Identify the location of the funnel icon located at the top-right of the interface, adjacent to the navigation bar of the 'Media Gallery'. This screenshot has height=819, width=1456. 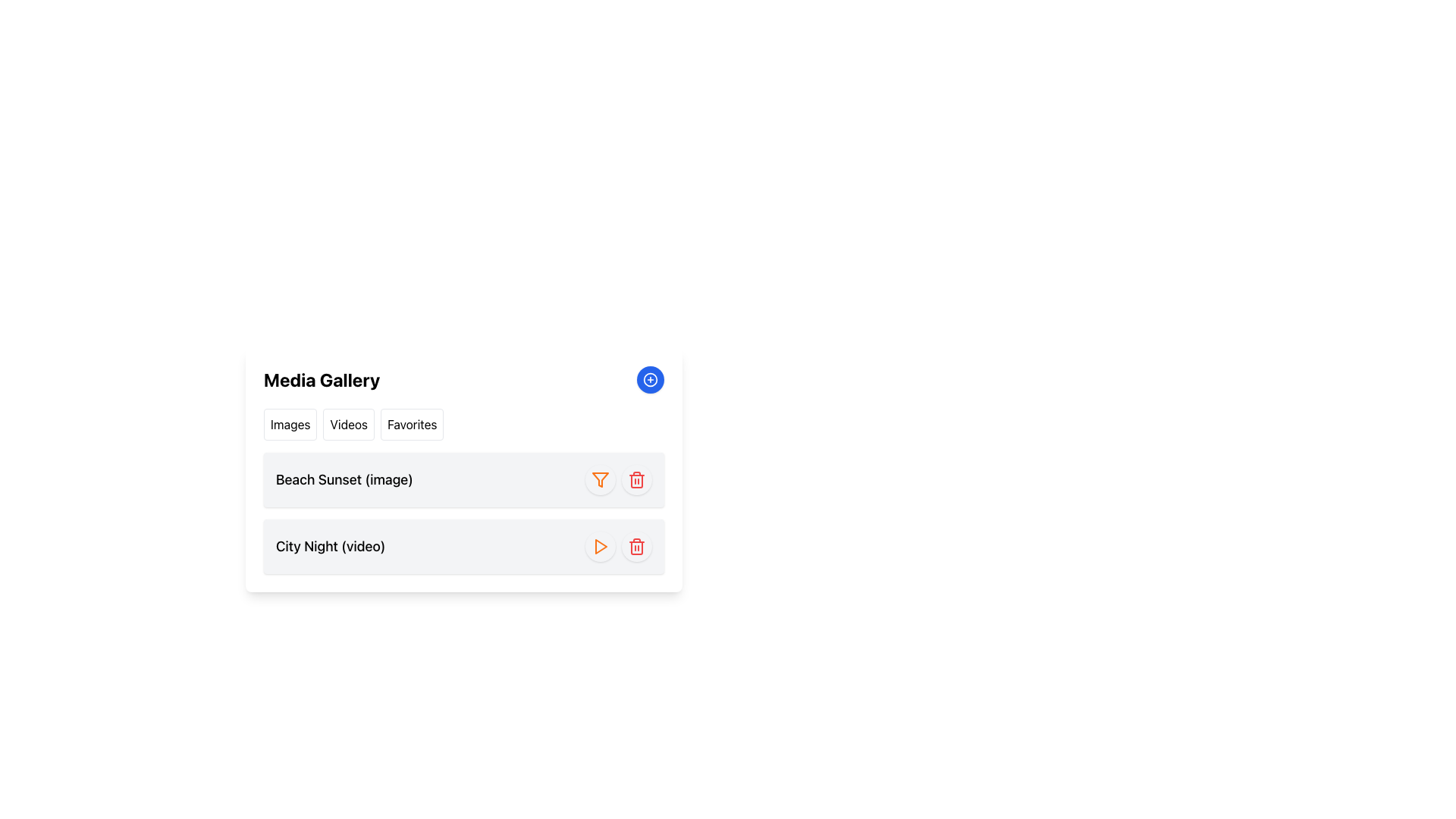
(600, 479).